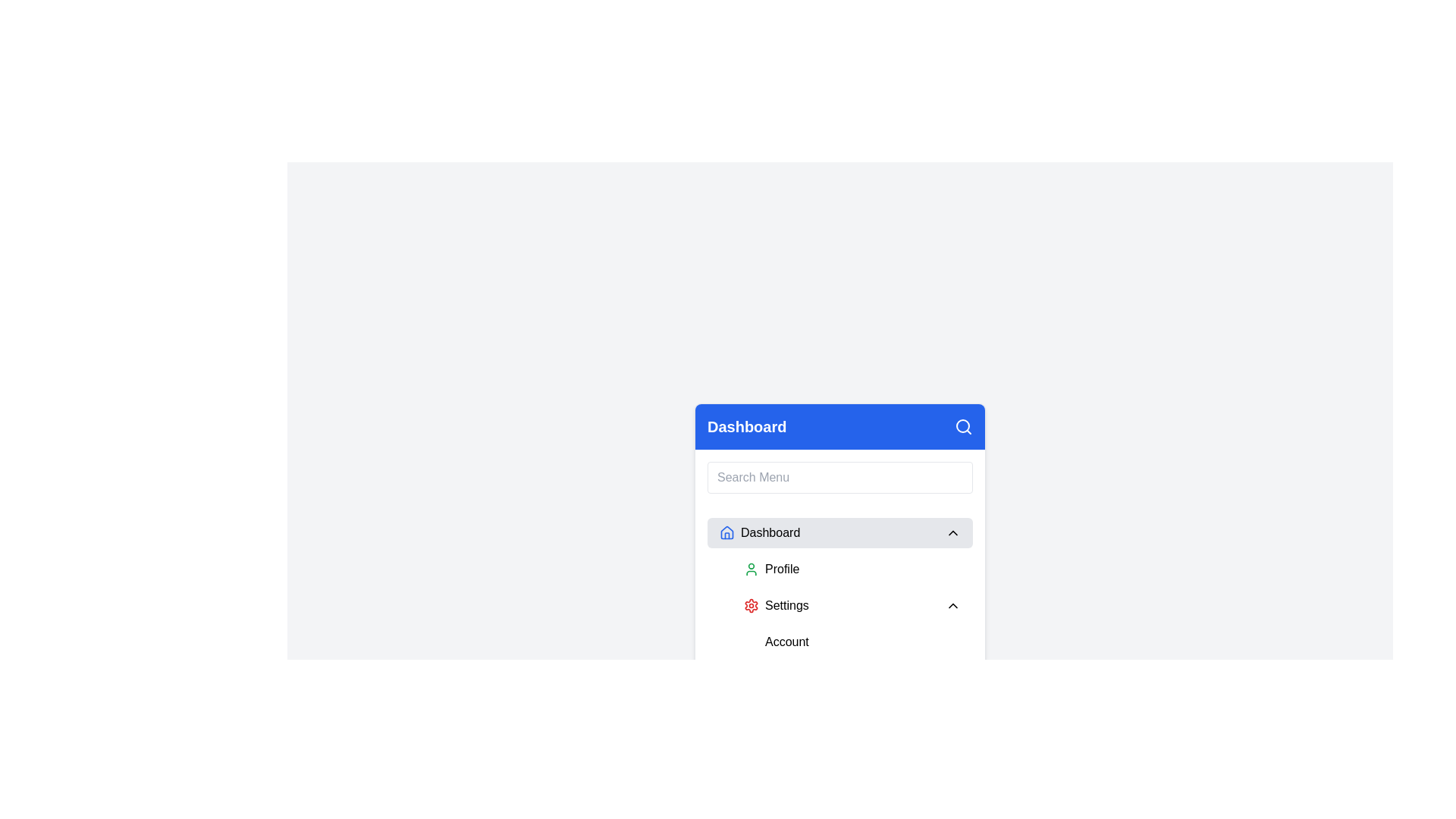 The width and height of the screenshot is (1456, 819). What do you see at coordinates (952, 604) in the screenshot?
I see `the downward-facing chevron icon located to the right of the 'Settings' label to visualize any interactive feedback` at bounding box center [952, 604].